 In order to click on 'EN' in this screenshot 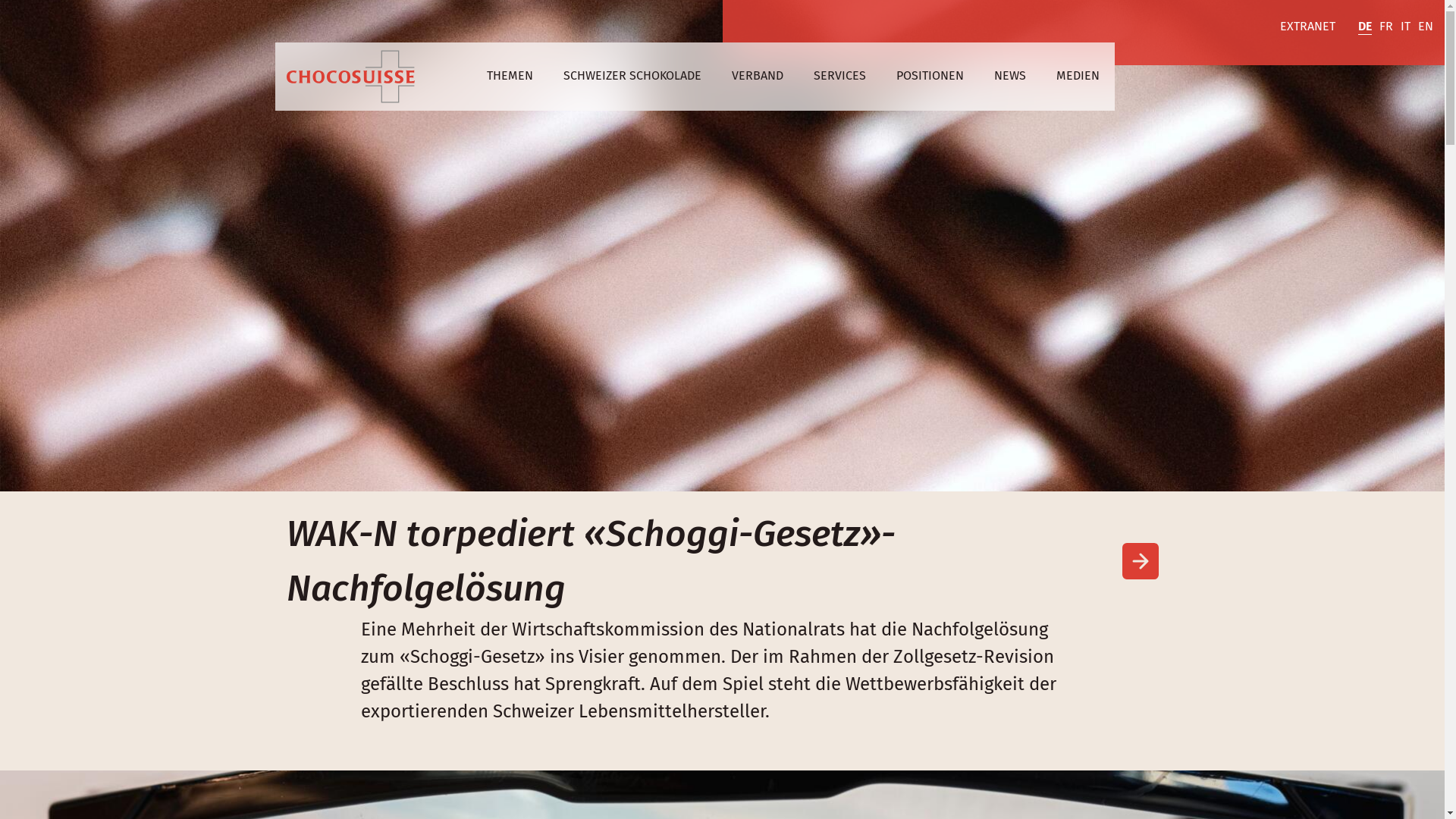, I will do `click(1425, 27)`.